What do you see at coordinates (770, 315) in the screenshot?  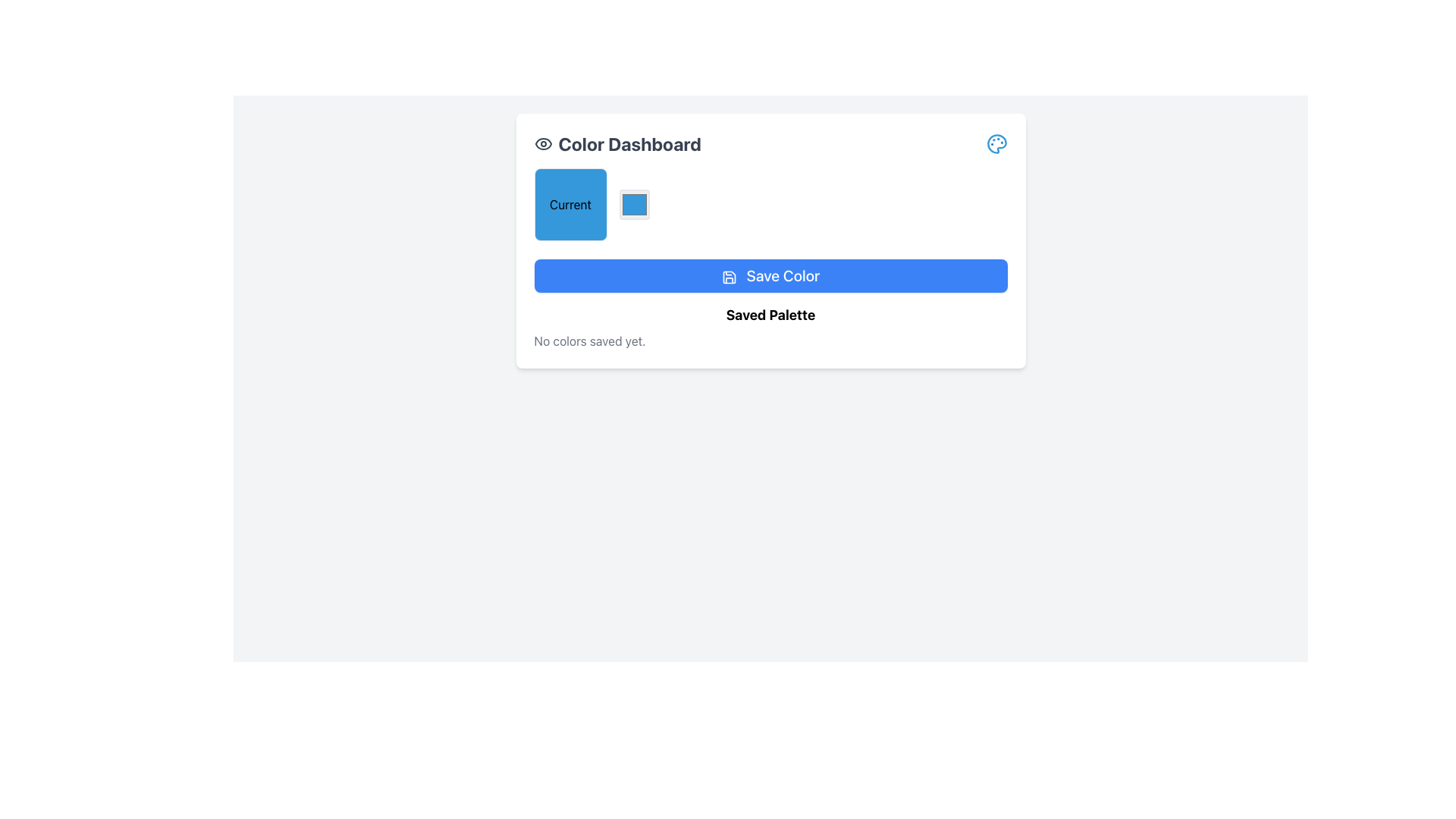 I see `the 'Saved Palette' section title text label, which is centrally aligned within its card-like component and positioned below the 'Save Color' button` at bounding box center [770, 315].